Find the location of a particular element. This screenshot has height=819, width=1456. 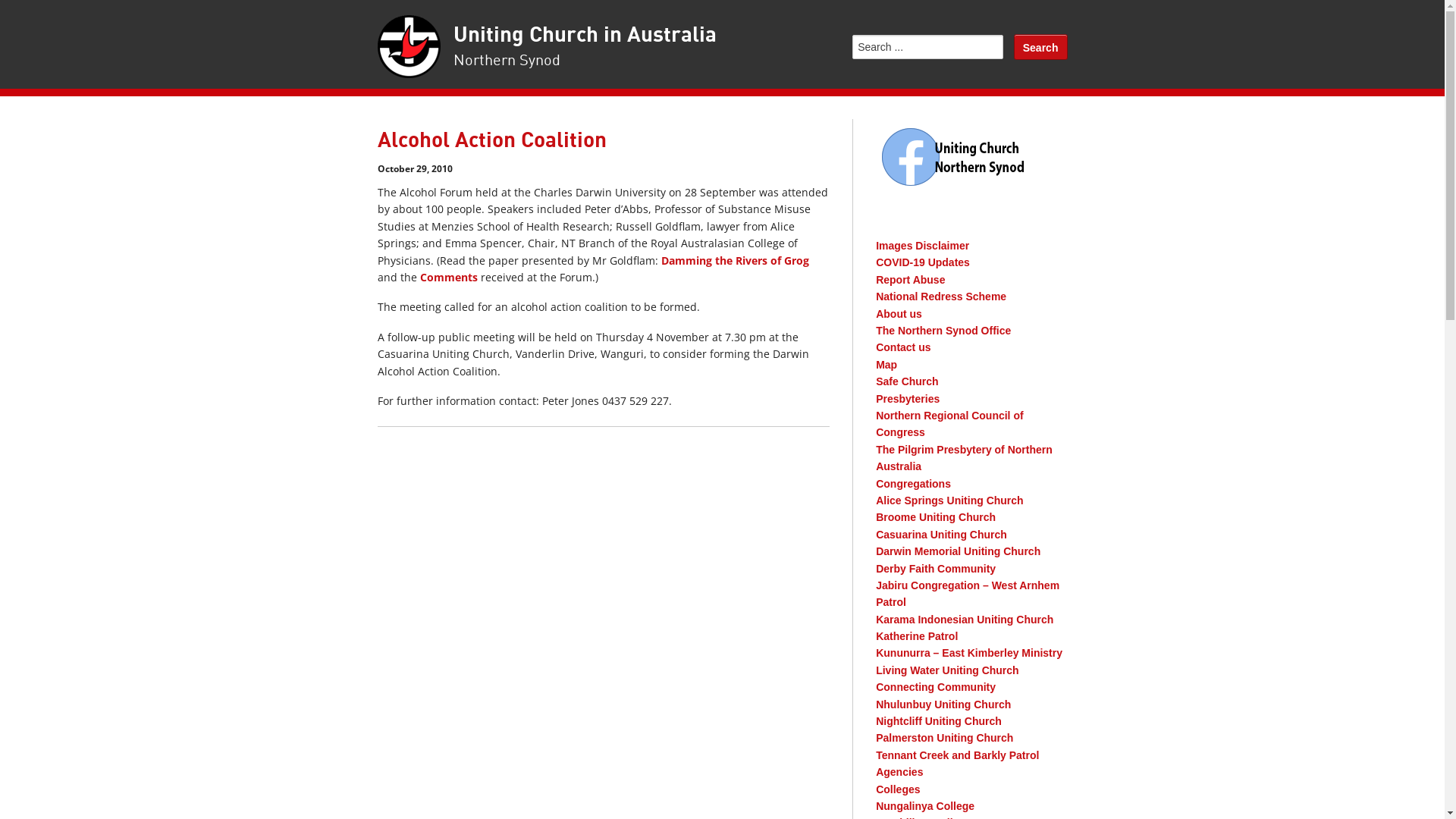

'COVID-19 Updates' is located at coordinates (922, 262).